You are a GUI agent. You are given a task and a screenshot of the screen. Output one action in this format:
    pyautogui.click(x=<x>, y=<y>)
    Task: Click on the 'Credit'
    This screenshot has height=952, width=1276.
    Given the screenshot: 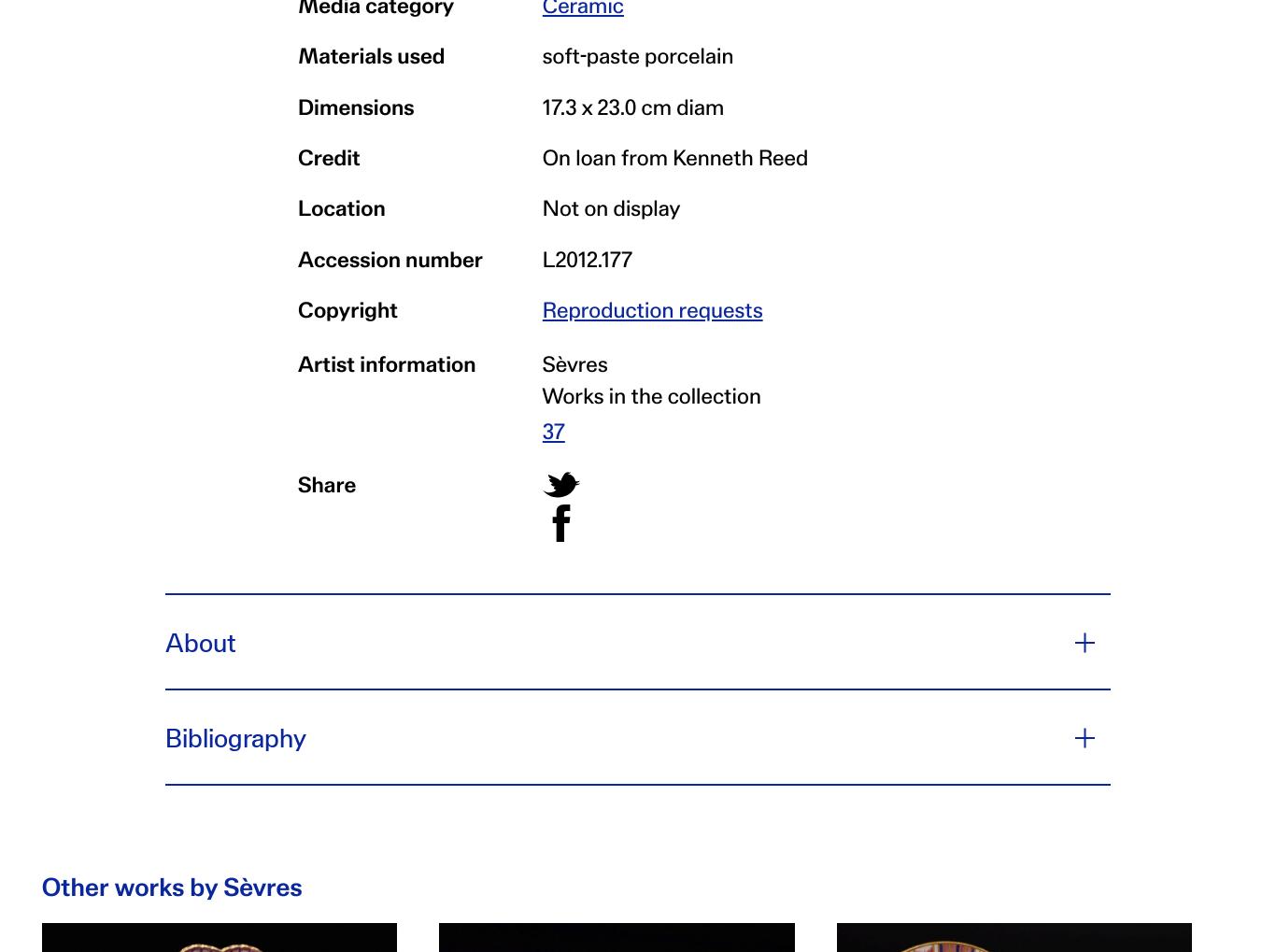 What is the action you would take?
    pyautogui.click(x=328, y=154)
    